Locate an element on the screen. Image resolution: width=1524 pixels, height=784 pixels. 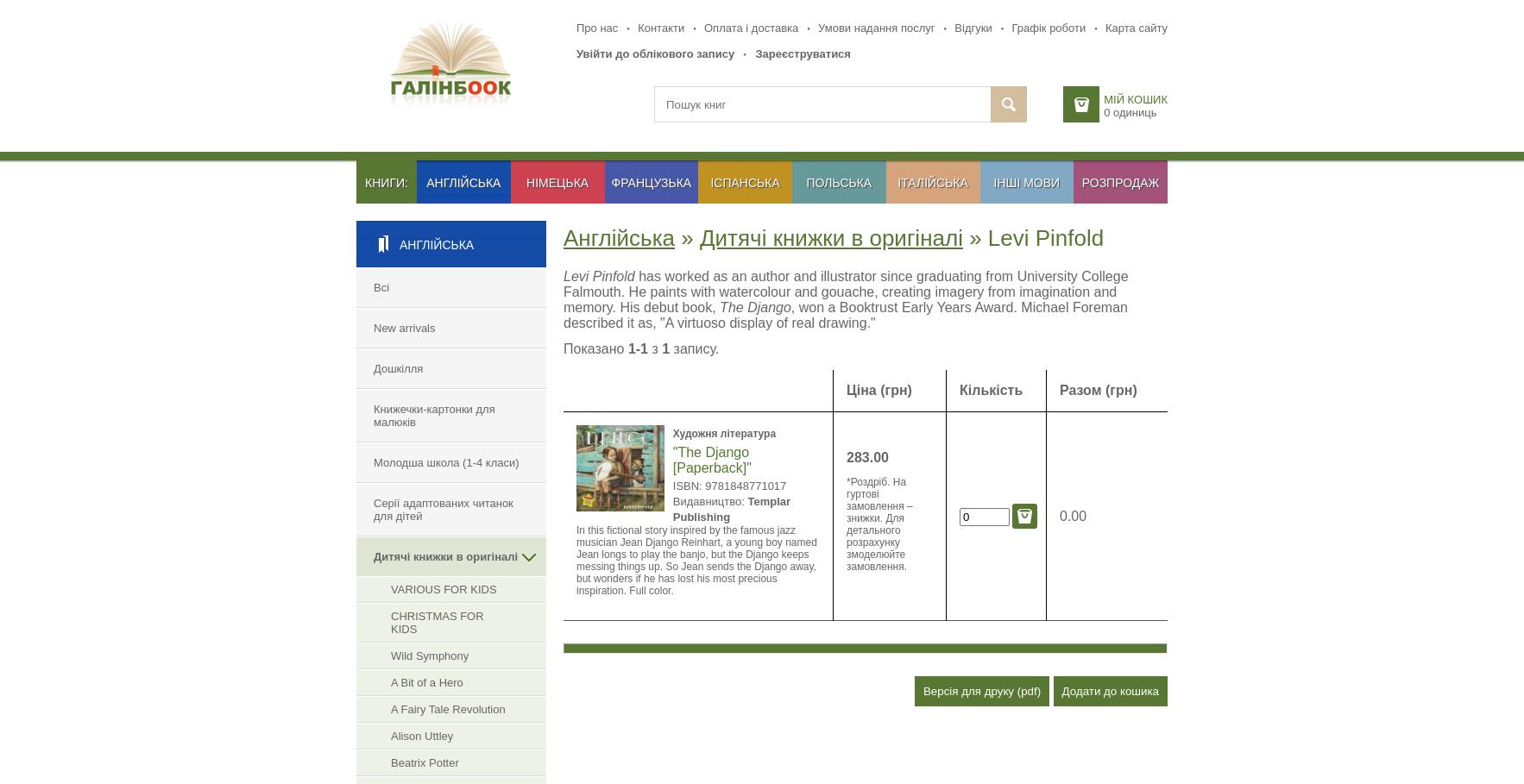
'A Fairy Tale Revolution' is located at coordinates (448, 709).